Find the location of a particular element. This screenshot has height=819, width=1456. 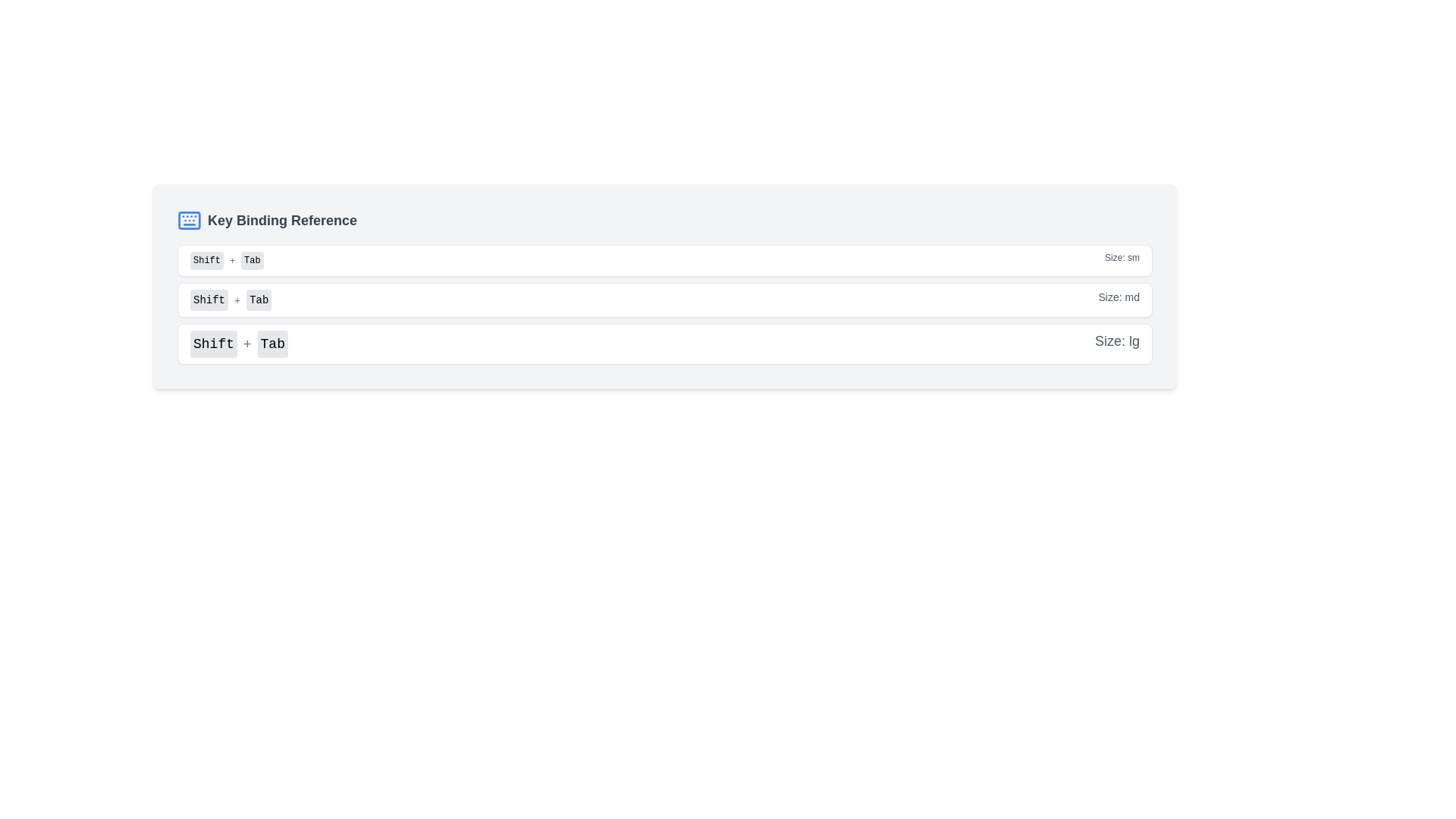

the topmost informational row displaying the keybinding reference 'Shift + Tab' and size descriptor 'Size: sm', which is located above the rows labeled 'Size: md' and 'Size: lg' is located at coordinates (665, 259).